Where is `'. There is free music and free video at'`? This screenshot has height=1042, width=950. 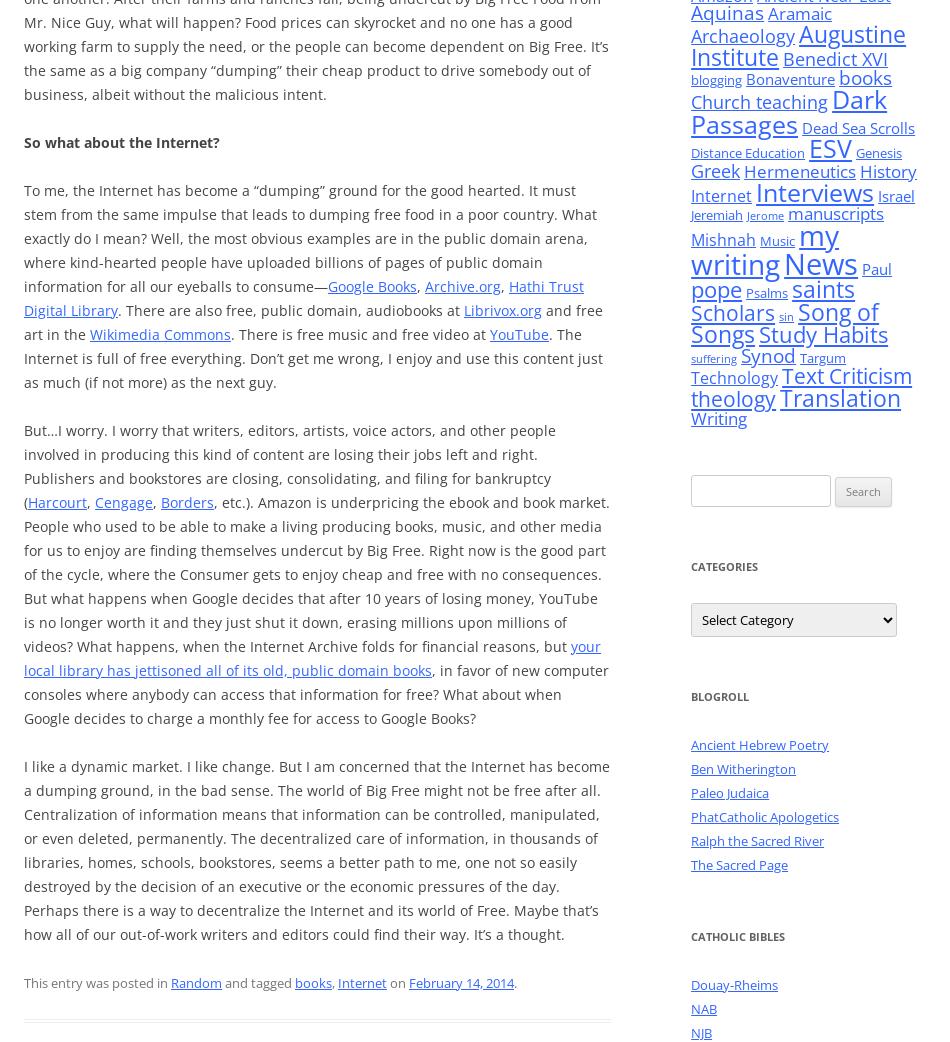 '. There is free music and free video at' is located at coordinates (359, 333).